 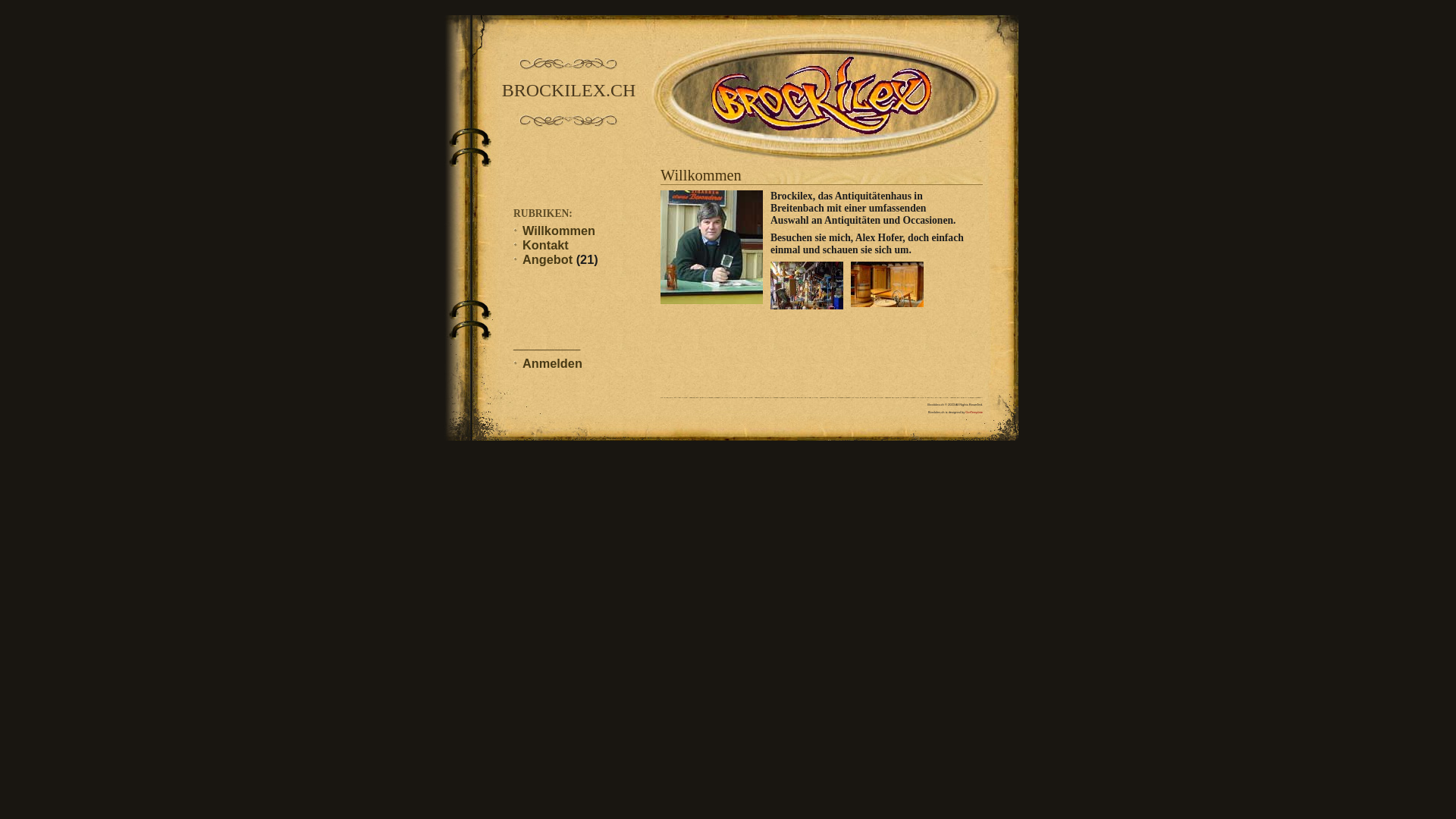 I want to click on 'Angebot', so click(x=546, y=259).